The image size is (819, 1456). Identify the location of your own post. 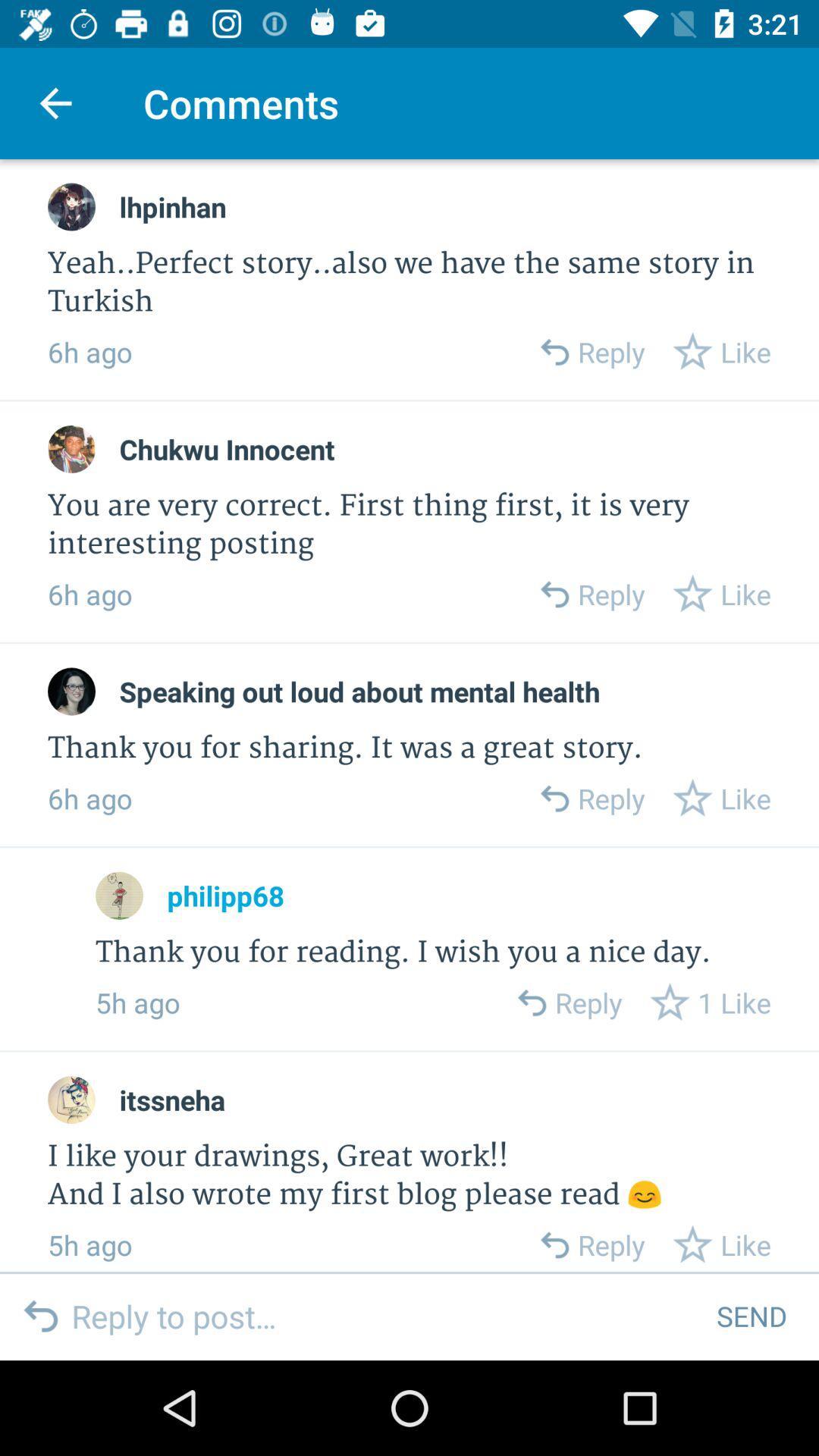
(381, 1315).